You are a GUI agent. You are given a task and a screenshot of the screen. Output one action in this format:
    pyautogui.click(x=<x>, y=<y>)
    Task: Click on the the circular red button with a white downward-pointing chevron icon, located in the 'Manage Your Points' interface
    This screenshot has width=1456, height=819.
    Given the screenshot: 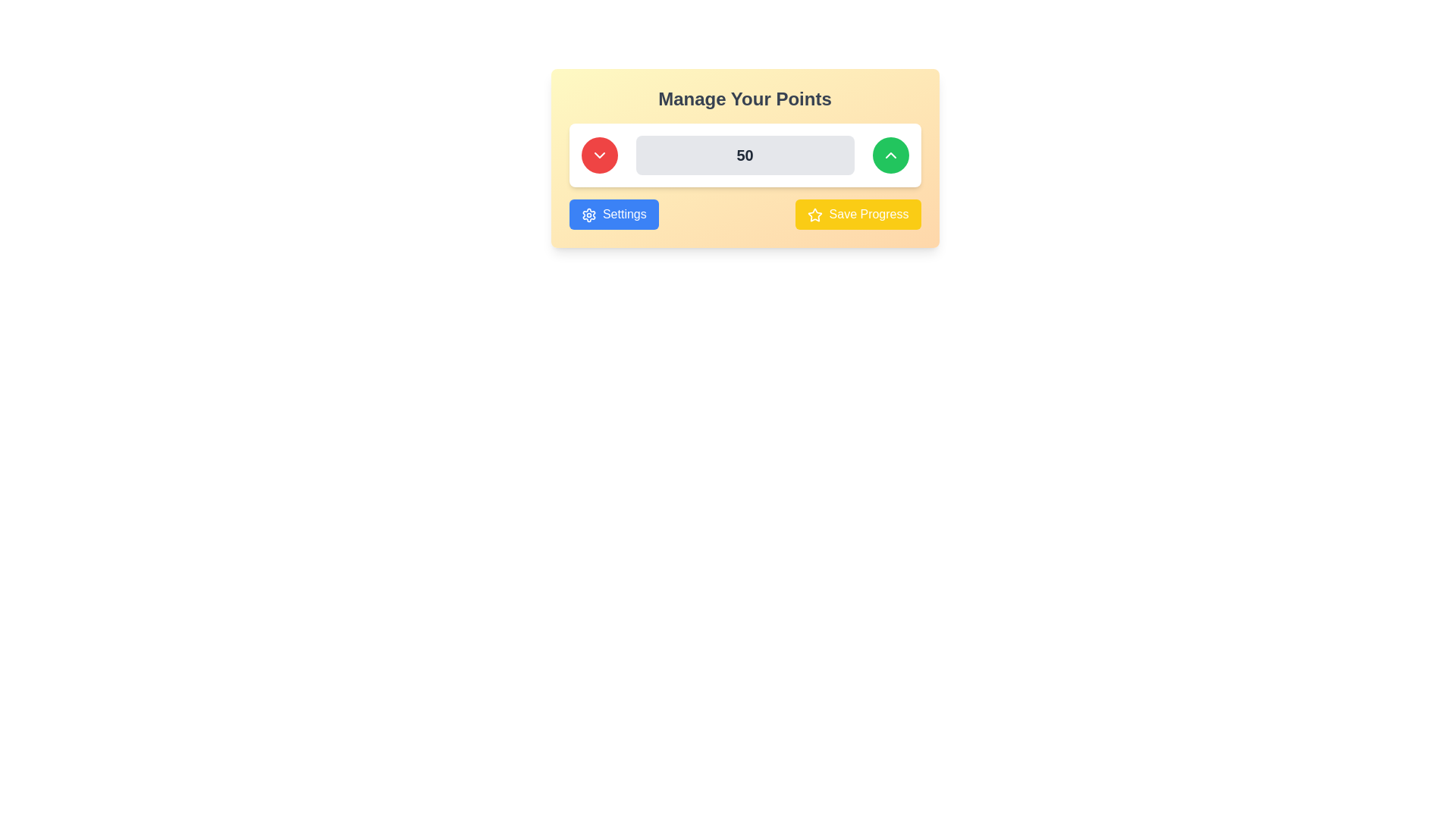 What is the action you would take?
    pyautogui.click(x=598, y=155)
    